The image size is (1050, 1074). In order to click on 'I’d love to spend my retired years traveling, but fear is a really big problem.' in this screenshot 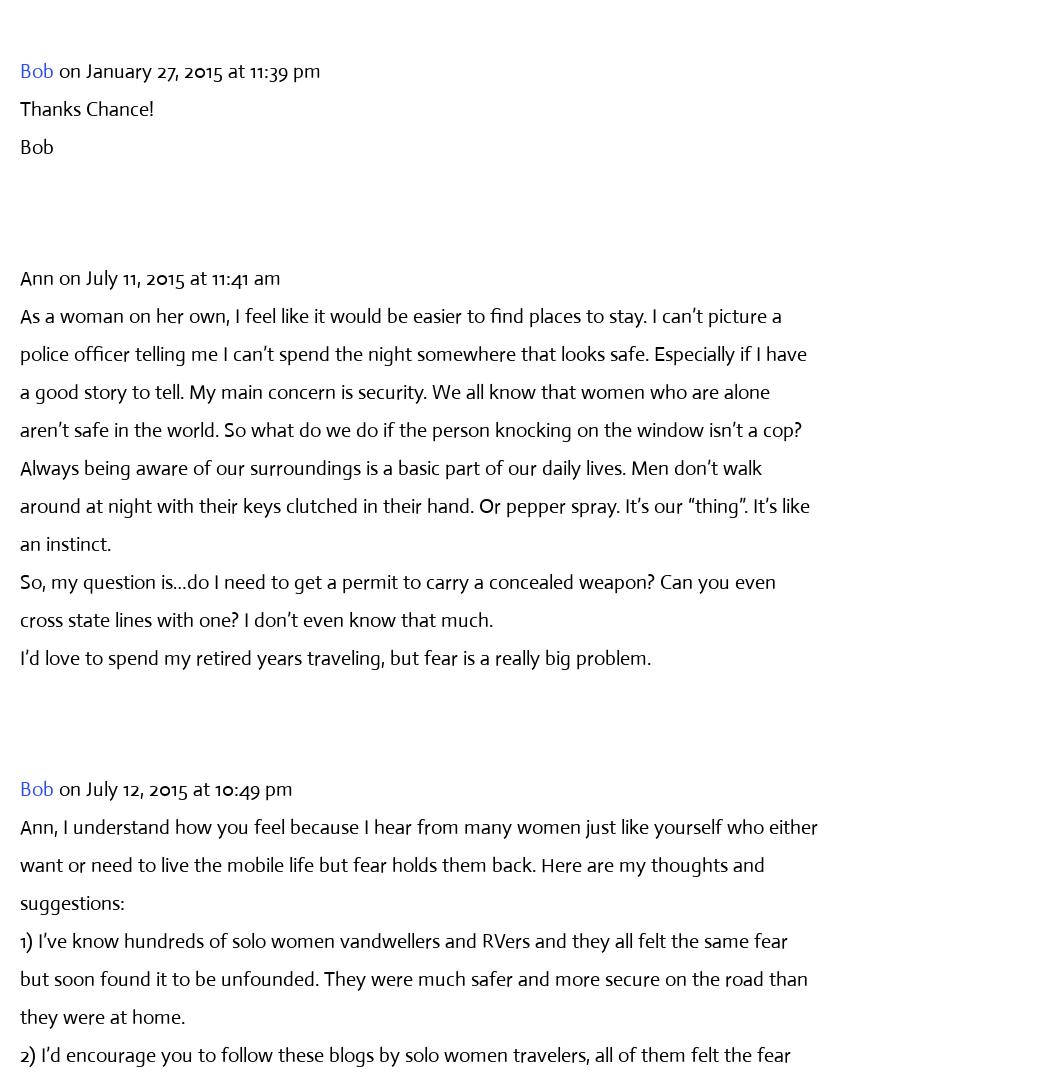, I will do `click(335, 656)`.